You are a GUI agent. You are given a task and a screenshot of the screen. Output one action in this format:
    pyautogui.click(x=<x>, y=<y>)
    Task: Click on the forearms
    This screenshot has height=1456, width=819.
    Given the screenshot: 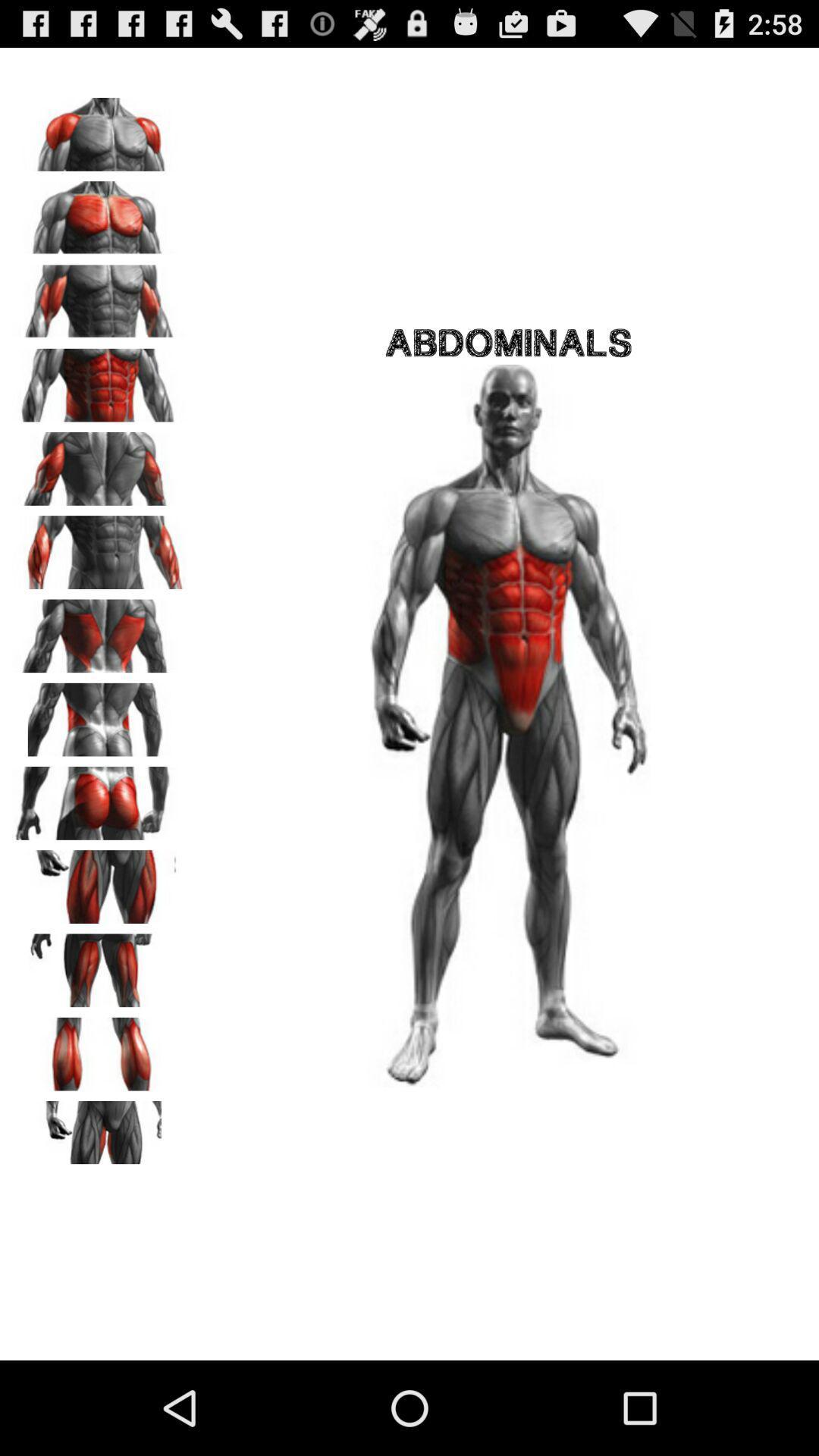 What is the action you would take?
    pyautogui.click(x=99, y=546)
    